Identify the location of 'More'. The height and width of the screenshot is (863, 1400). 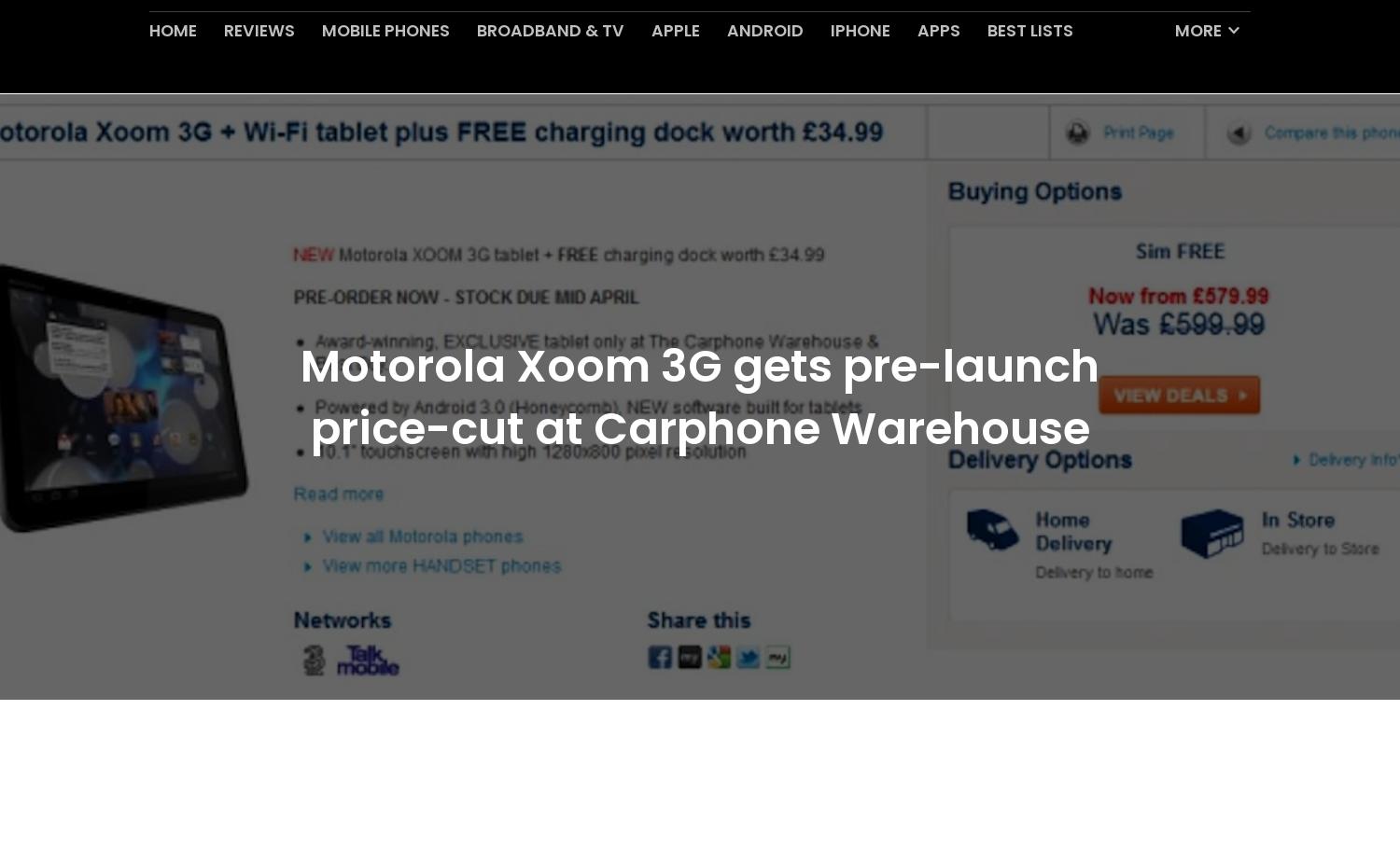
(1198, 74).